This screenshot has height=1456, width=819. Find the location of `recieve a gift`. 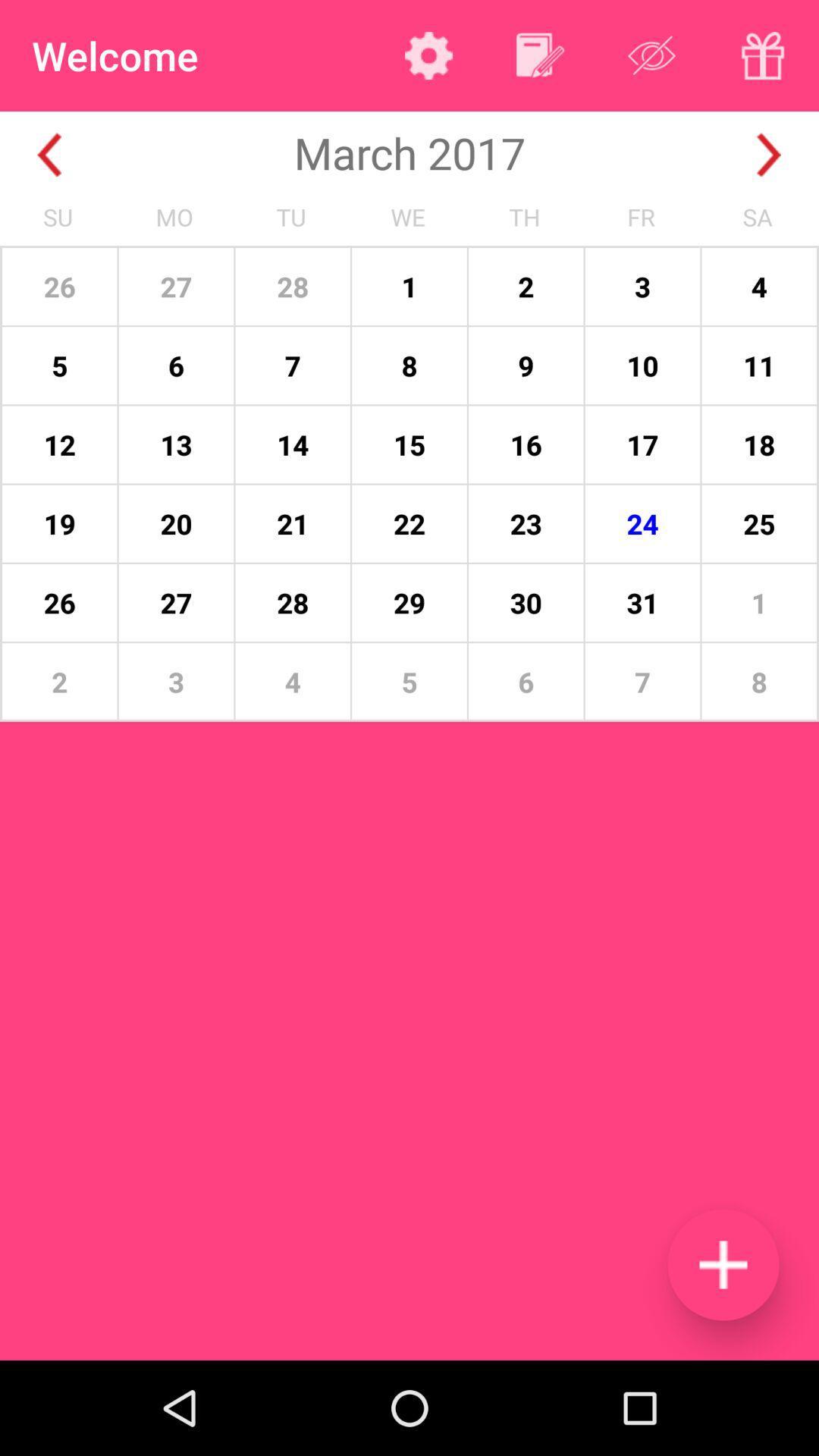

recieve a gift is located at coordinates (763, 55).